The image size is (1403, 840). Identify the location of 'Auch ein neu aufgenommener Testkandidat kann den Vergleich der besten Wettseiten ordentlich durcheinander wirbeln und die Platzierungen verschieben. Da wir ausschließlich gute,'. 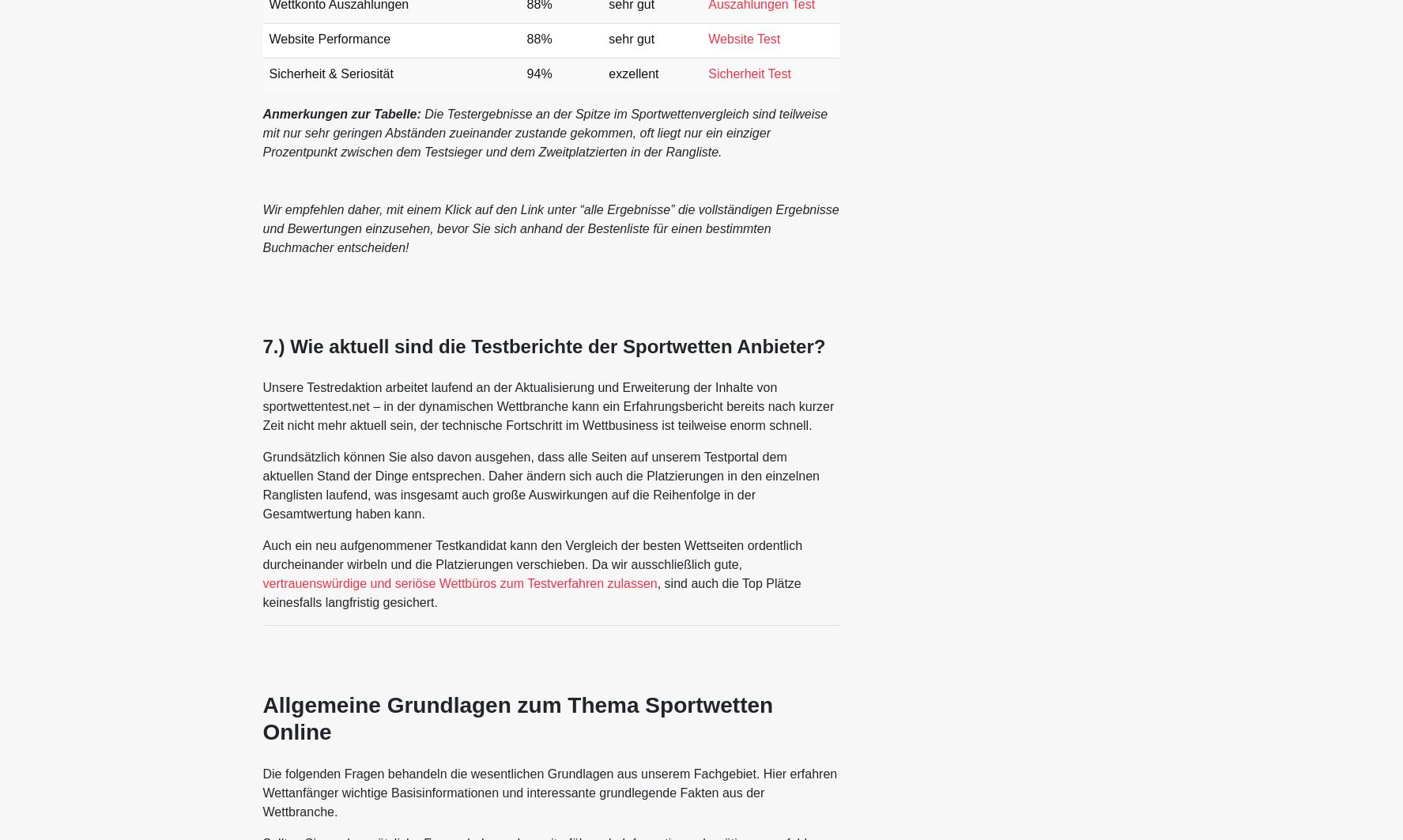
(531, 553).